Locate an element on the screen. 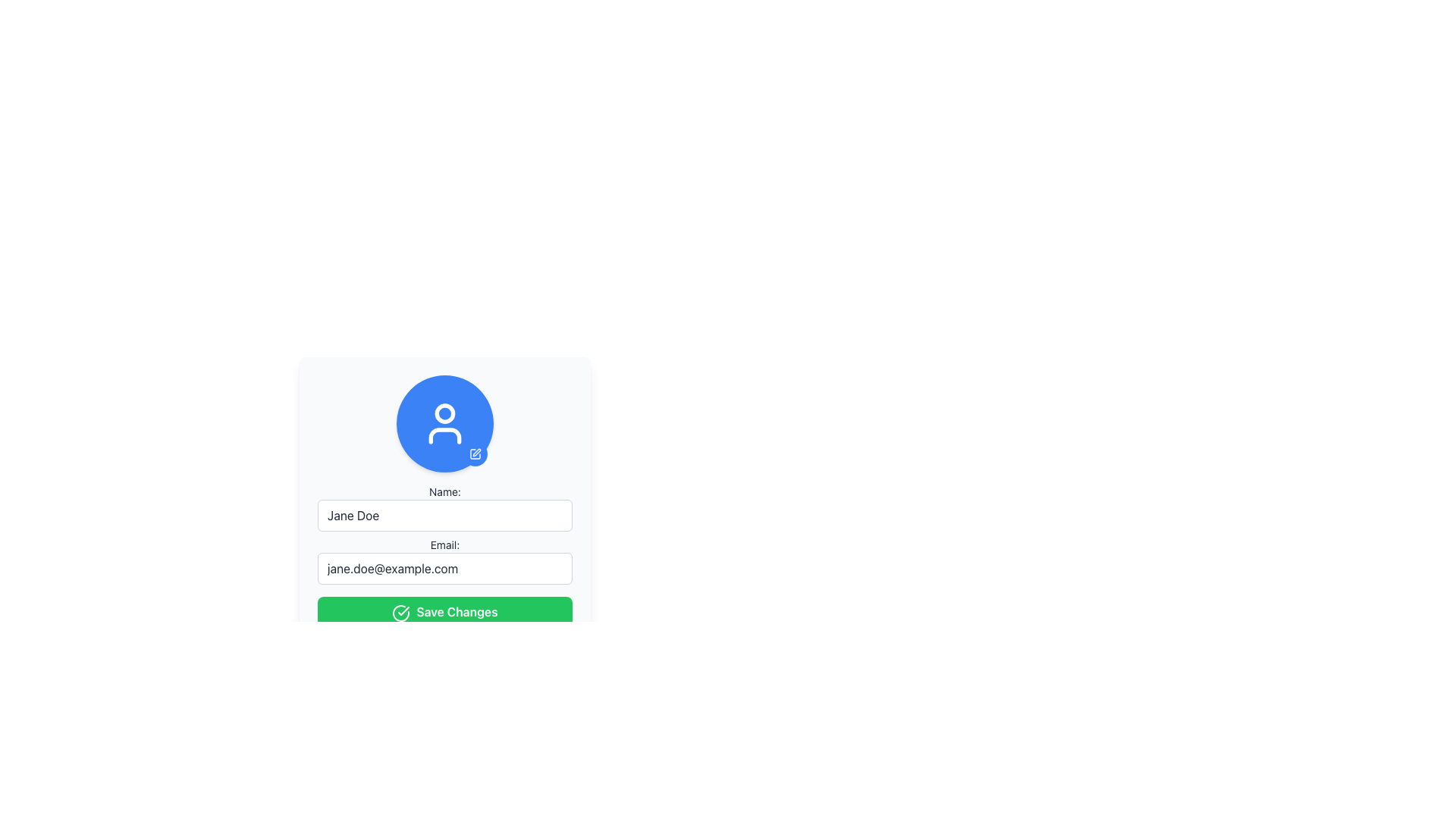  the user profile icon, which is a circular blue background with a white outlined user silhouette, located above the 'Name' and 'Email' input fields in the user profile card layout is located at coordinates (444, 424).